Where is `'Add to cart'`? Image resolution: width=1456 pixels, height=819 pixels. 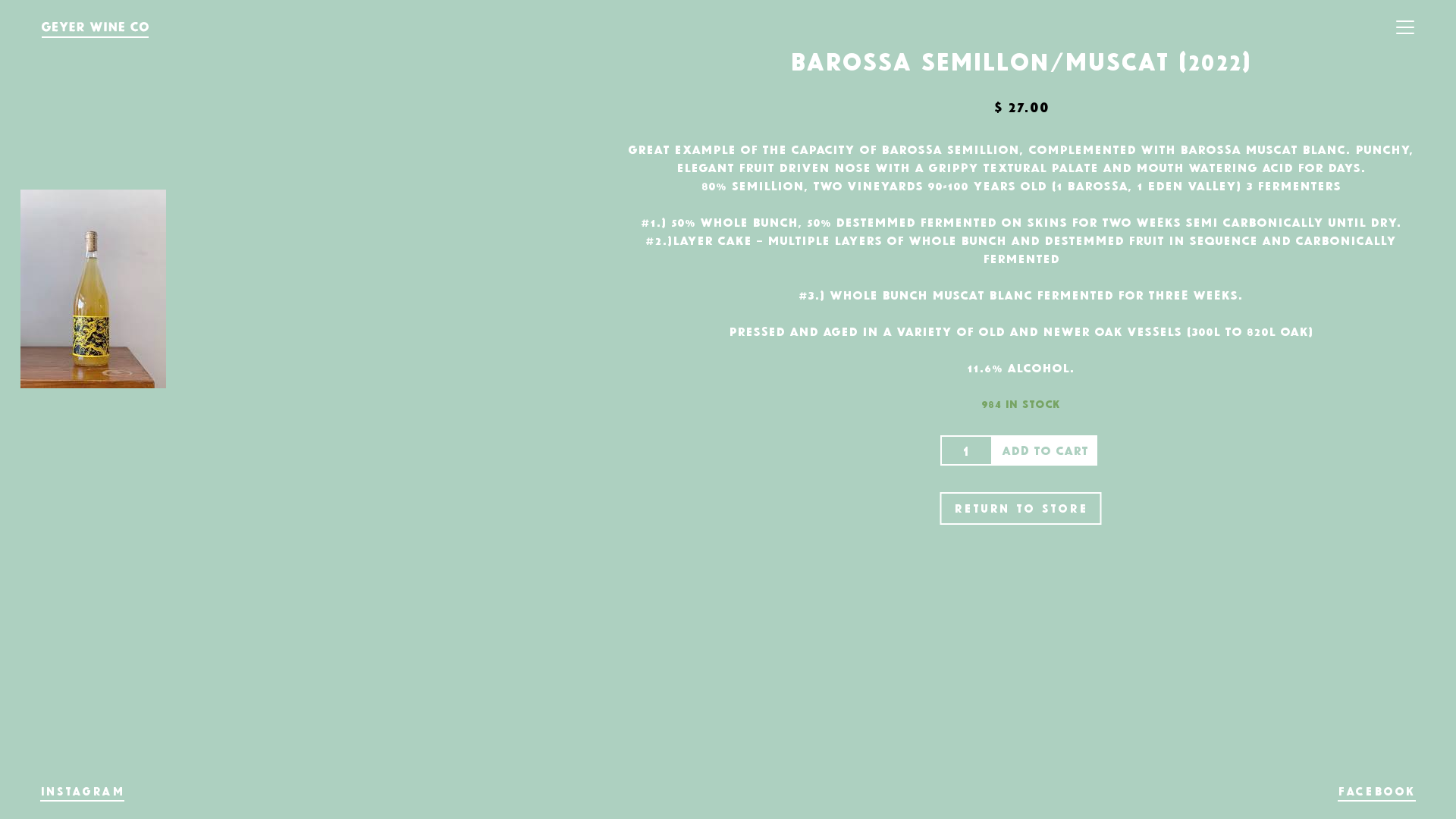 'Add to cart' is located at coordinates (1043, 450).